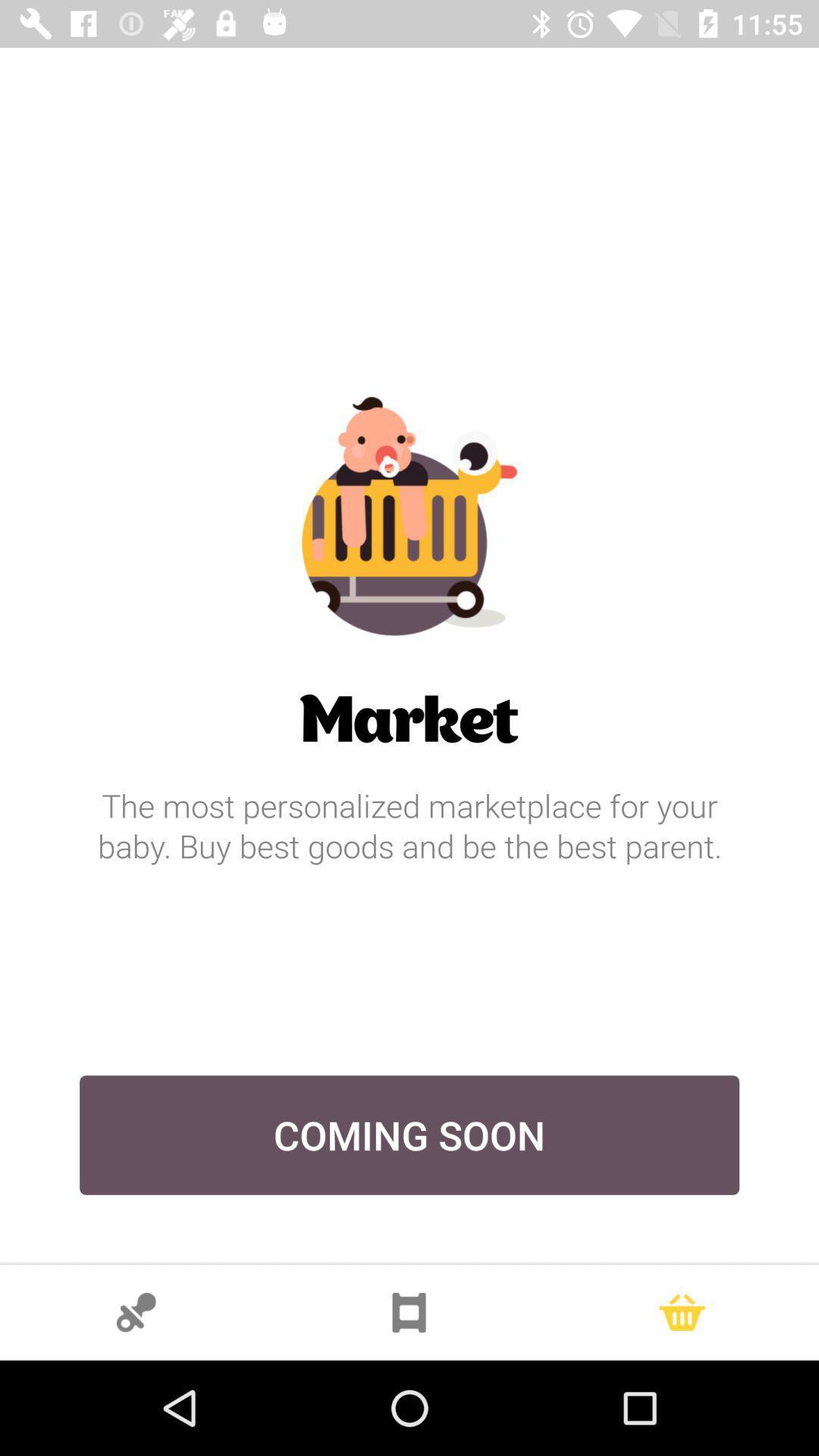  What do you see at coordinates (136, 1312) in the screenshot?
I see `icon at the bottom left corner` at bounding box center [136, 1312].